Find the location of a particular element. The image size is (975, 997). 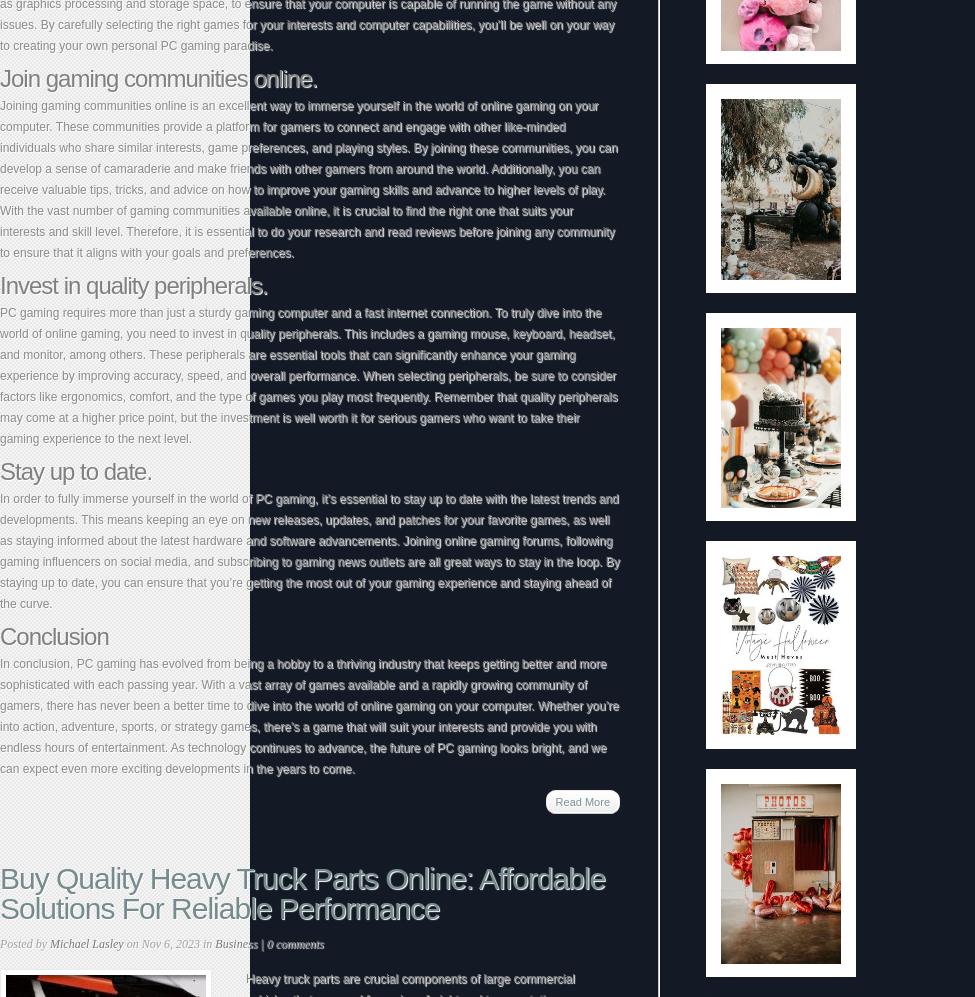

'PC gaming requires more than just a sturdy gaming computer and a fast internet connection. To truly dive into the world of online gaming, you need to invest in quality peripherals. This includes a gaming mouse, keyboard, headset, and monitor, among others. These peripherals are essential tools that can significantly enhance your gaming experience by improving accuracy, speed, and overall performance. When selecting peripherals, be sure to consider factors like ergonomics, comfort, and the type of games you play most frequently. Remember that quality peripherals may come at a higher price point, but the investment is well worth it for serious gamers who want to take their gaming experience to the next level.' is located at coordinates (307, 375).